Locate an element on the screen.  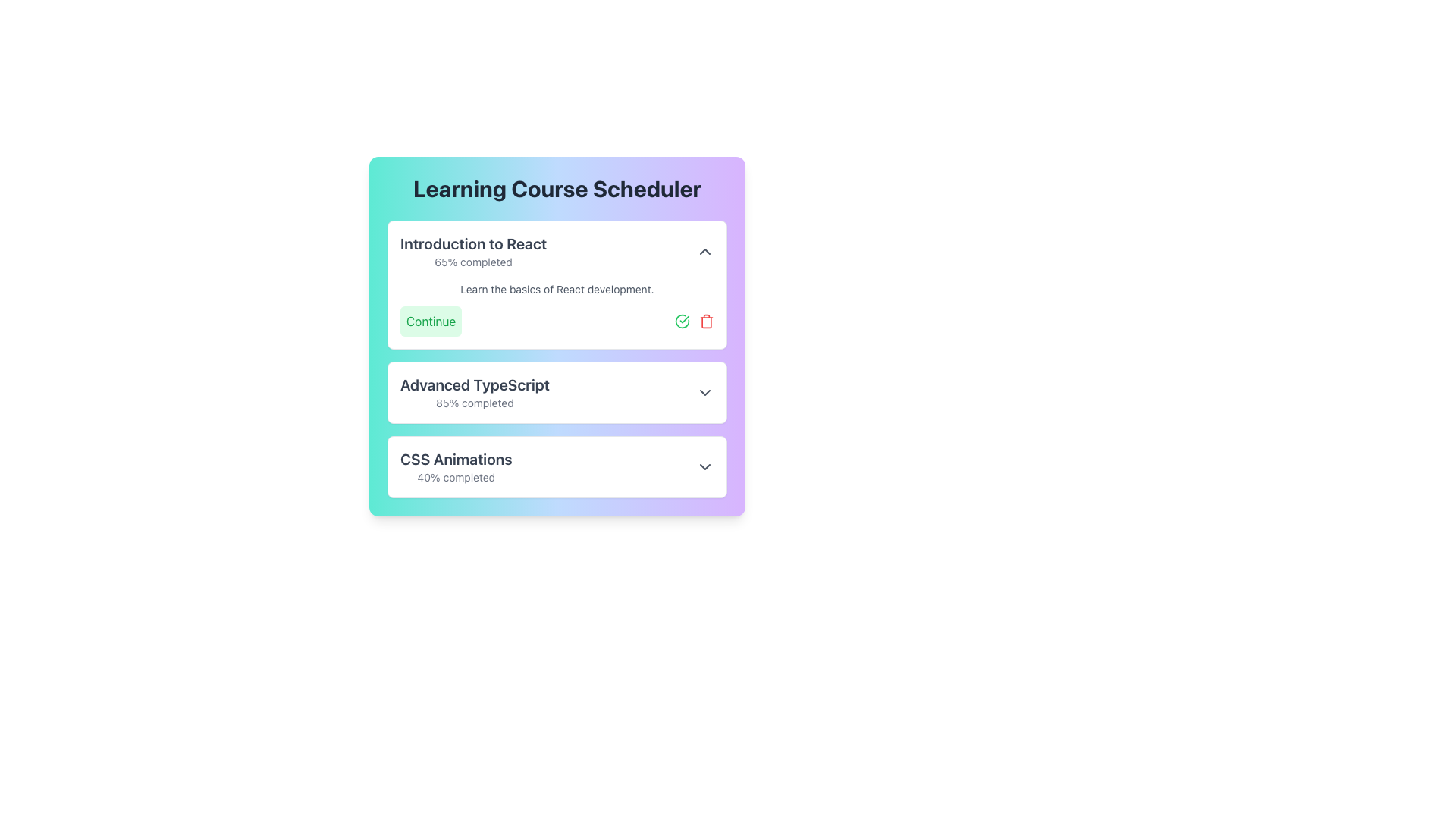
the text label displaying '65% completed' located below the heading 'Introduction to React' is located at coordinates (472, 262).